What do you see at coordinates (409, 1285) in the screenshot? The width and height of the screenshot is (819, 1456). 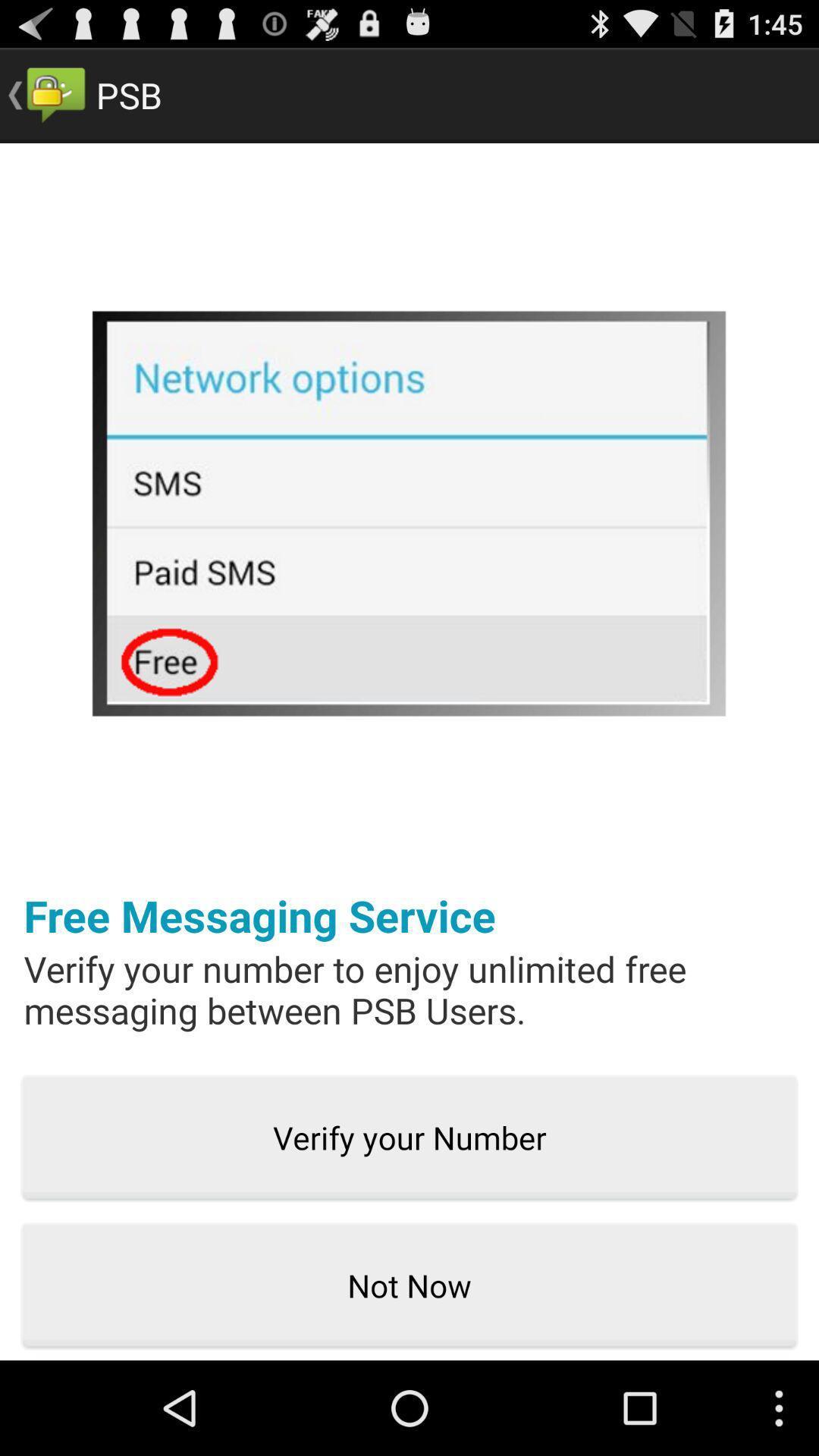 I see `button below verify your number icon` at bounding box center [409, 1285].